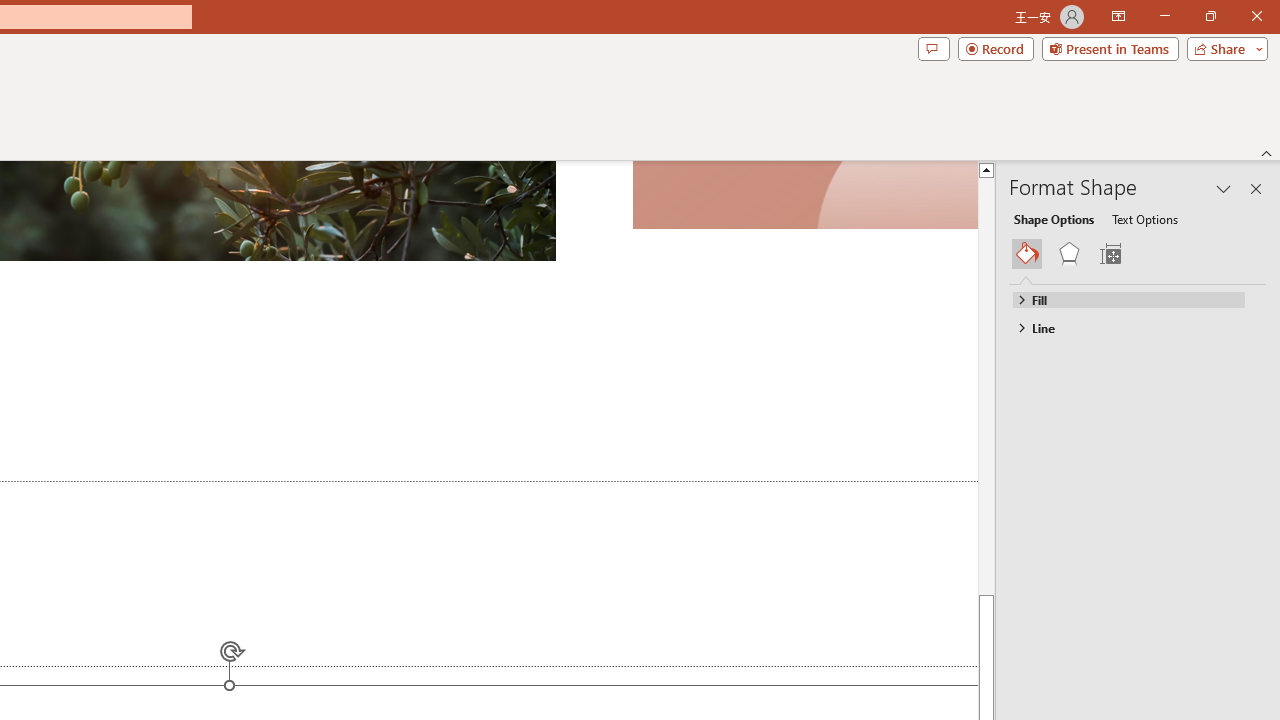  Describe the element at coordinates (1109, 253) in the screenshot. I see `'Size & Properties'` at that location.